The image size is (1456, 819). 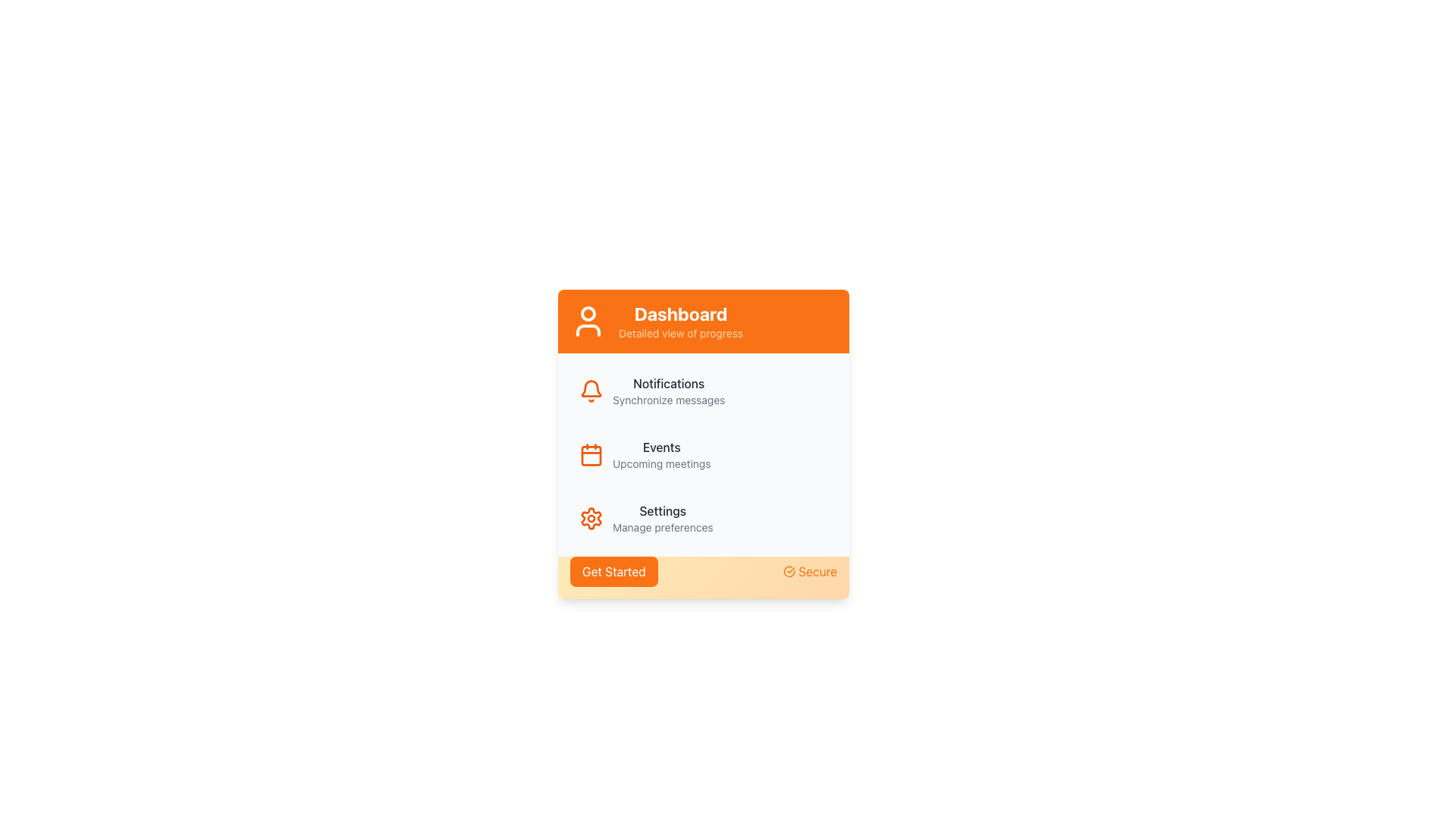 I want to click on the List item featuring a calendar icon and the text 'Events' for accessibility navigation, so click(x=702, y=454).